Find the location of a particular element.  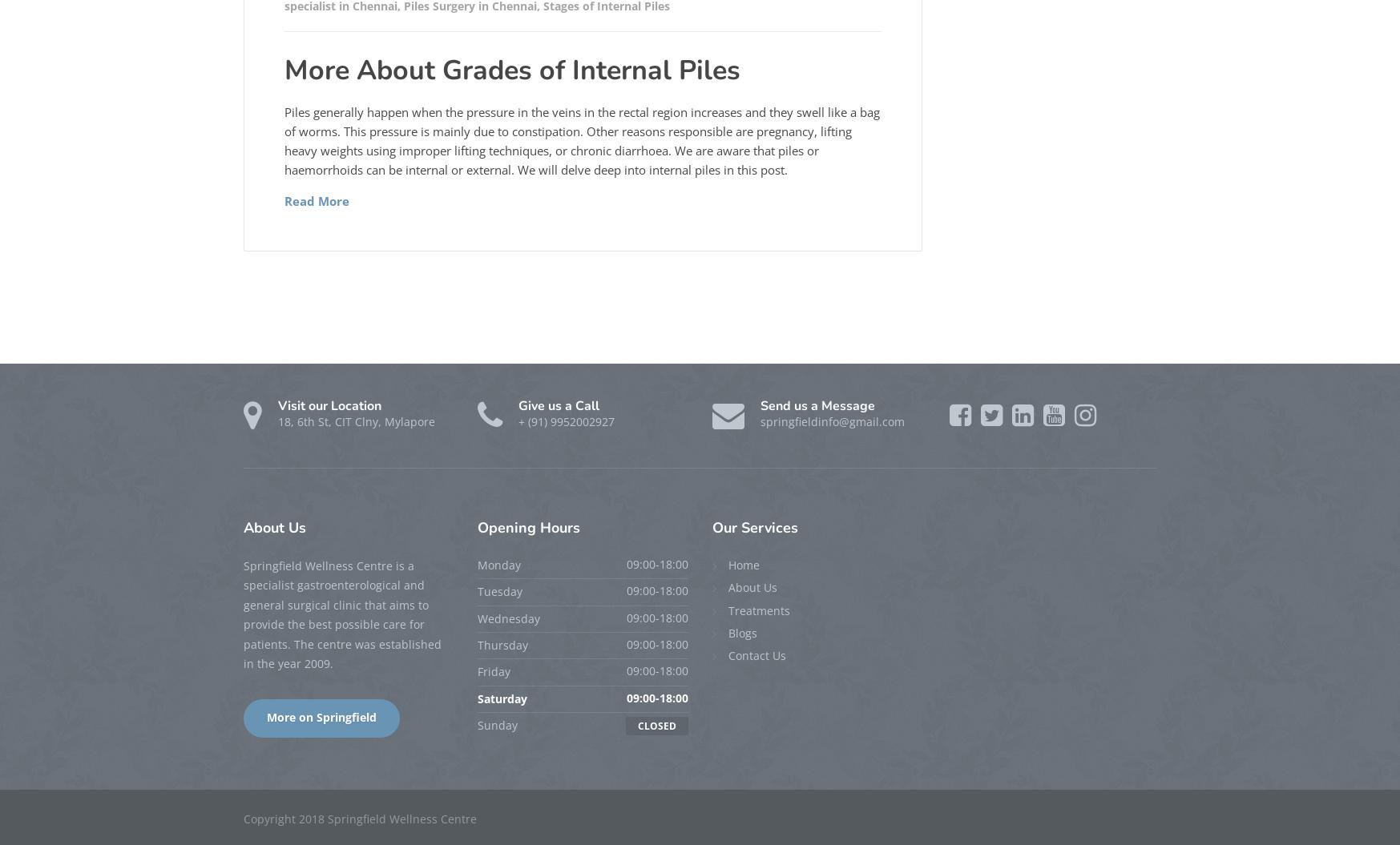

'About' is located at coordinates (264, 526).